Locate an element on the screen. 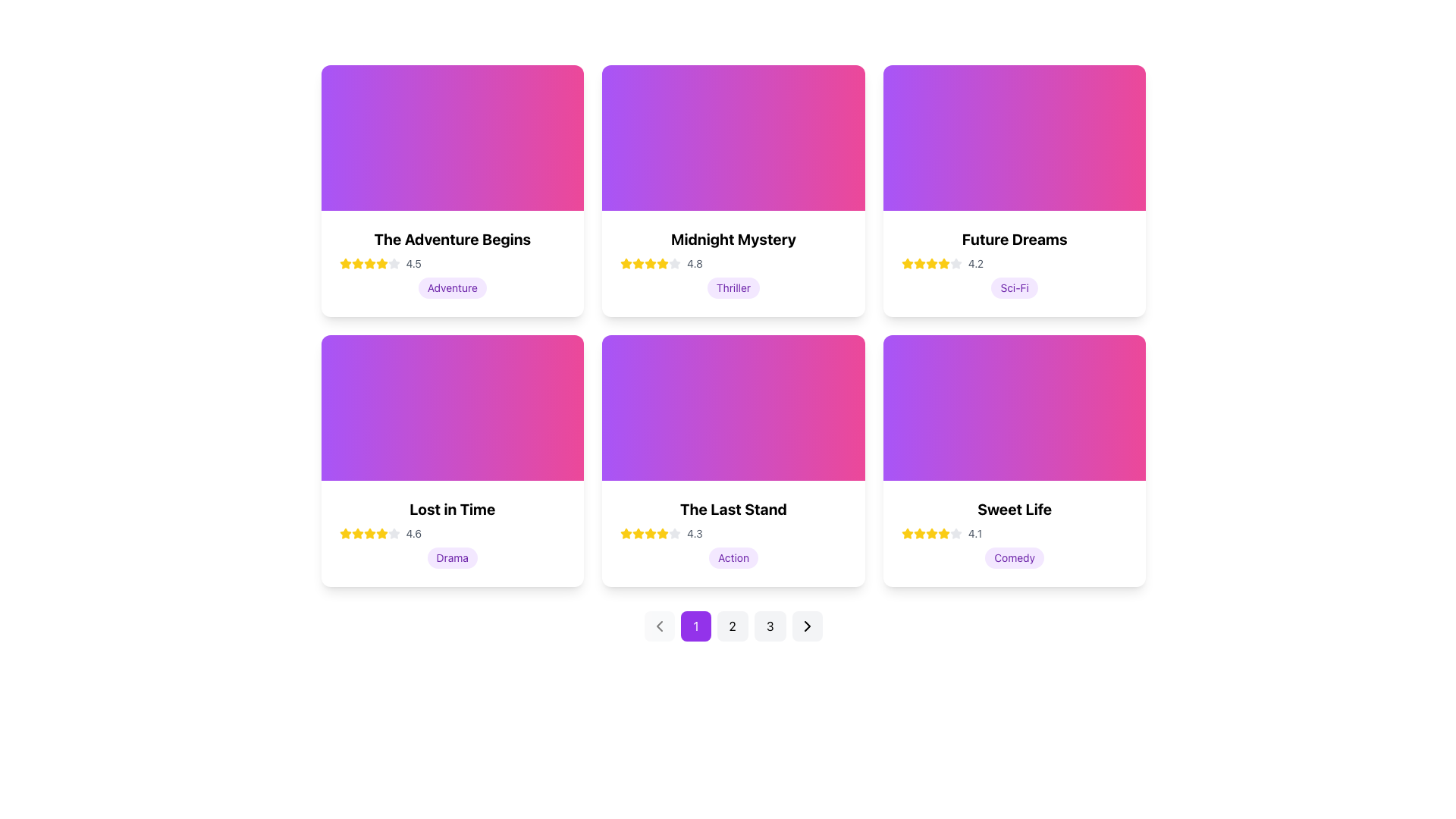 The height and width of the screenshot is (819, 1456). the text display element showing the numerical rating value (4.6) at the bottom of the 'Lost in Time' card is located at coordinates (413, 533).